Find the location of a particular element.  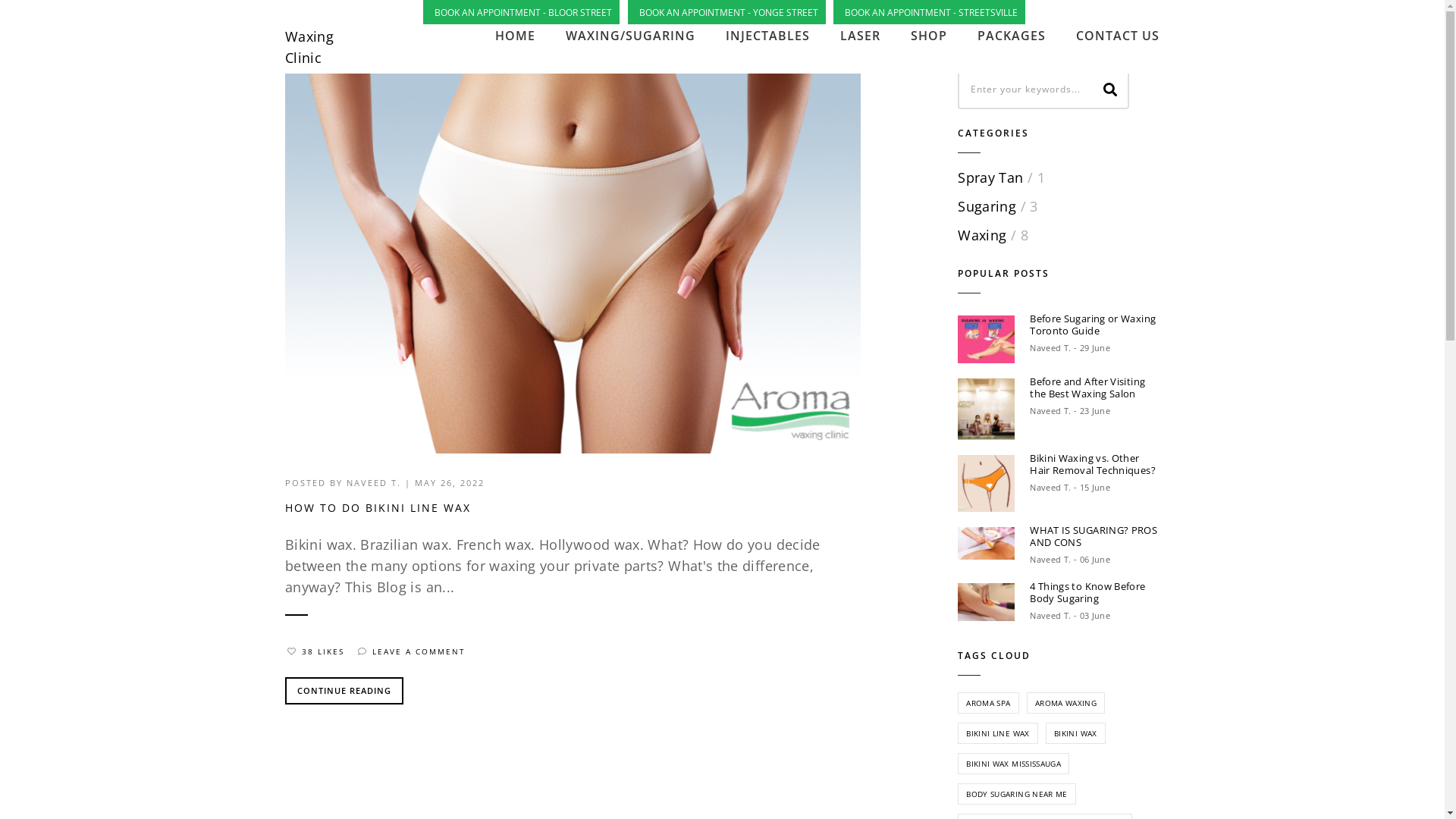

'BOOK AN APPOINTMENT YONGE STREET' is located at coordinates (630, 12).